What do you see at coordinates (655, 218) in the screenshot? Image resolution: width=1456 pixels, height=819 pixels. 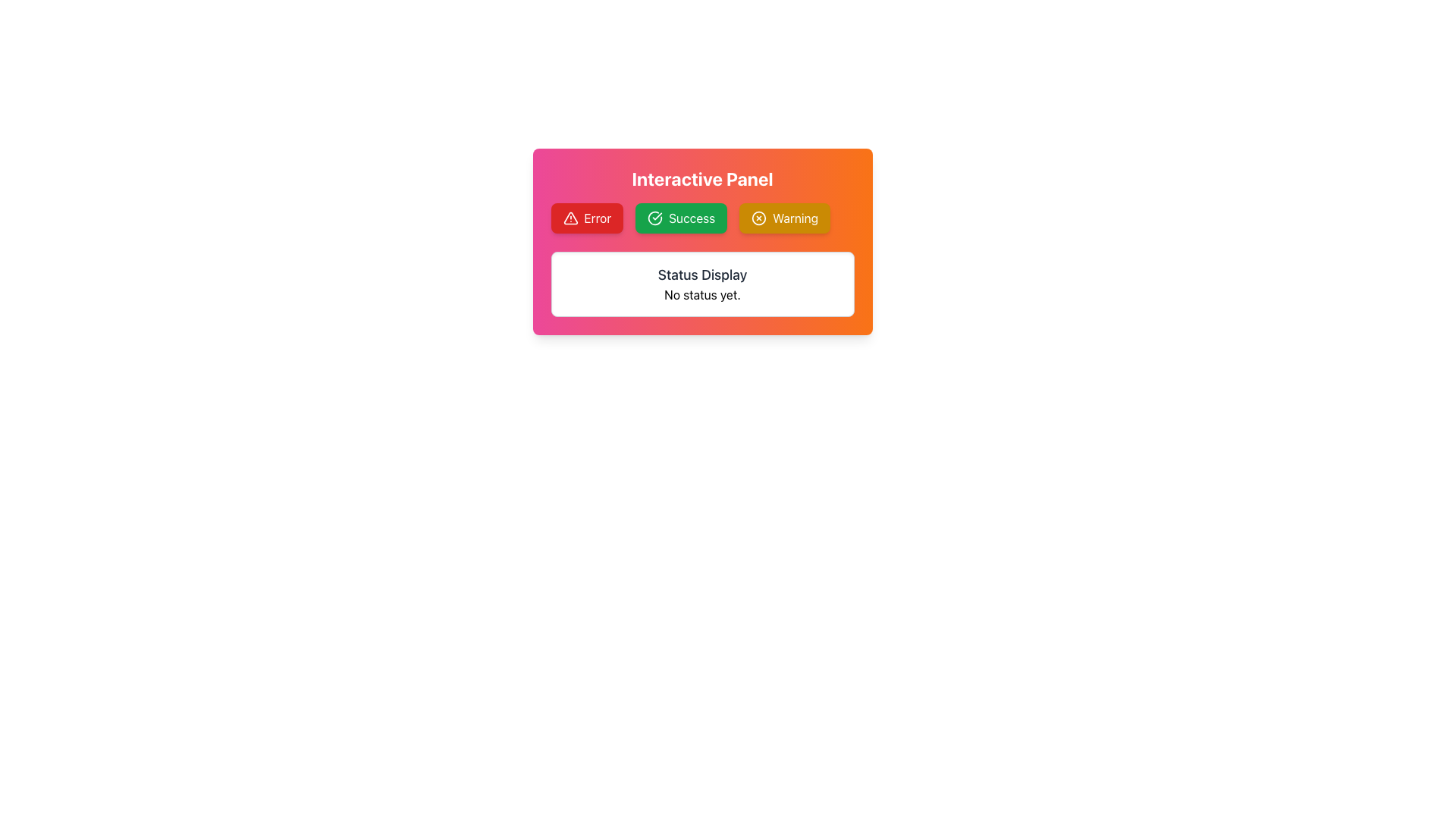 I see `the circular icon with a green outline and a white background that contains a checkmark, indicating a positive action associated with the 'Success' button` at bounding box center [655, 218].